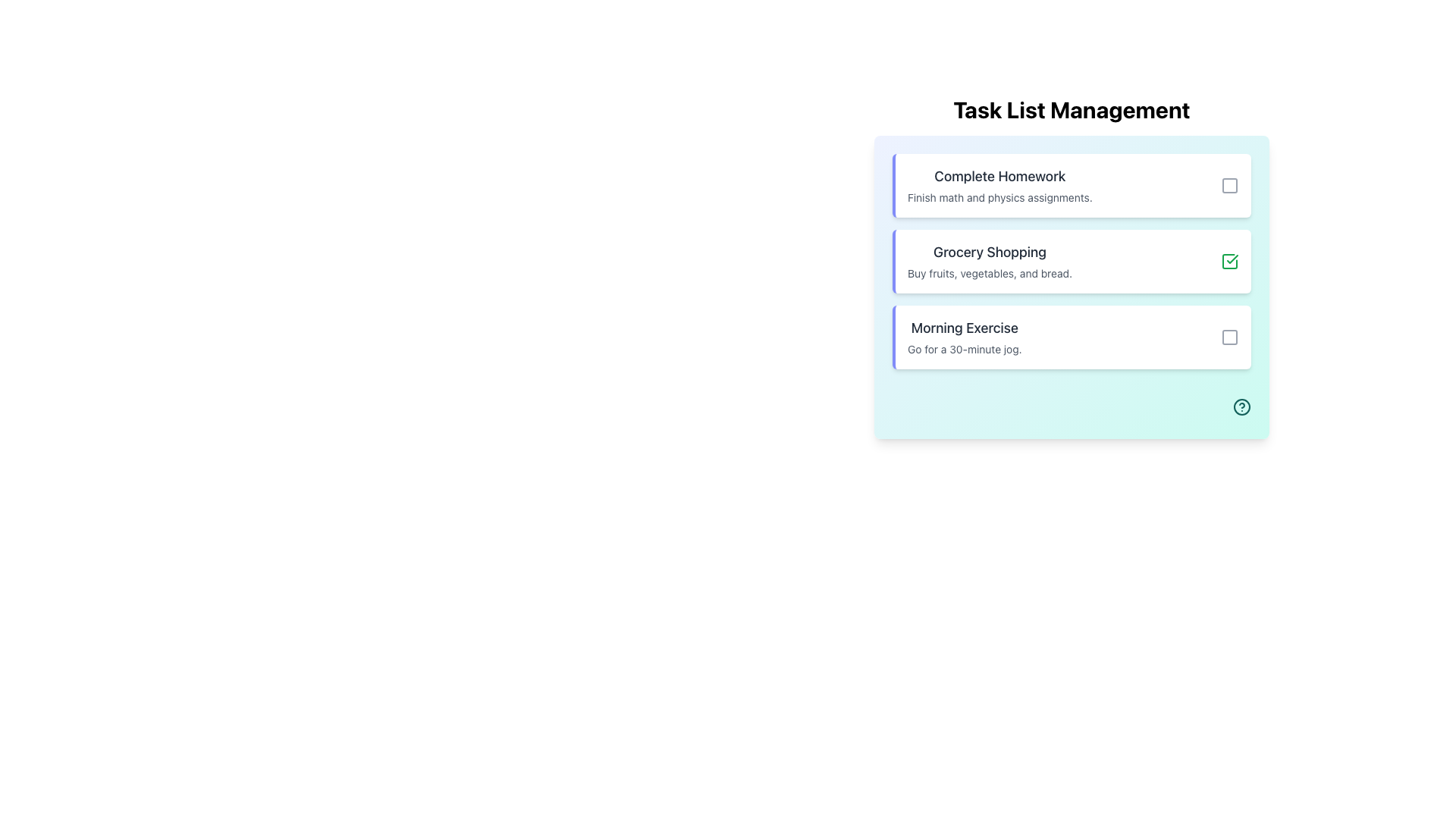  What do you see at coordinates (964, 336) in the screenshot?
I see `title 'Morning Exercise' and the task description 'Go for a 30-minute jog.' from the text label located in the third card of the task list under 'Task List Management.'` at bounding box center [964, 336].